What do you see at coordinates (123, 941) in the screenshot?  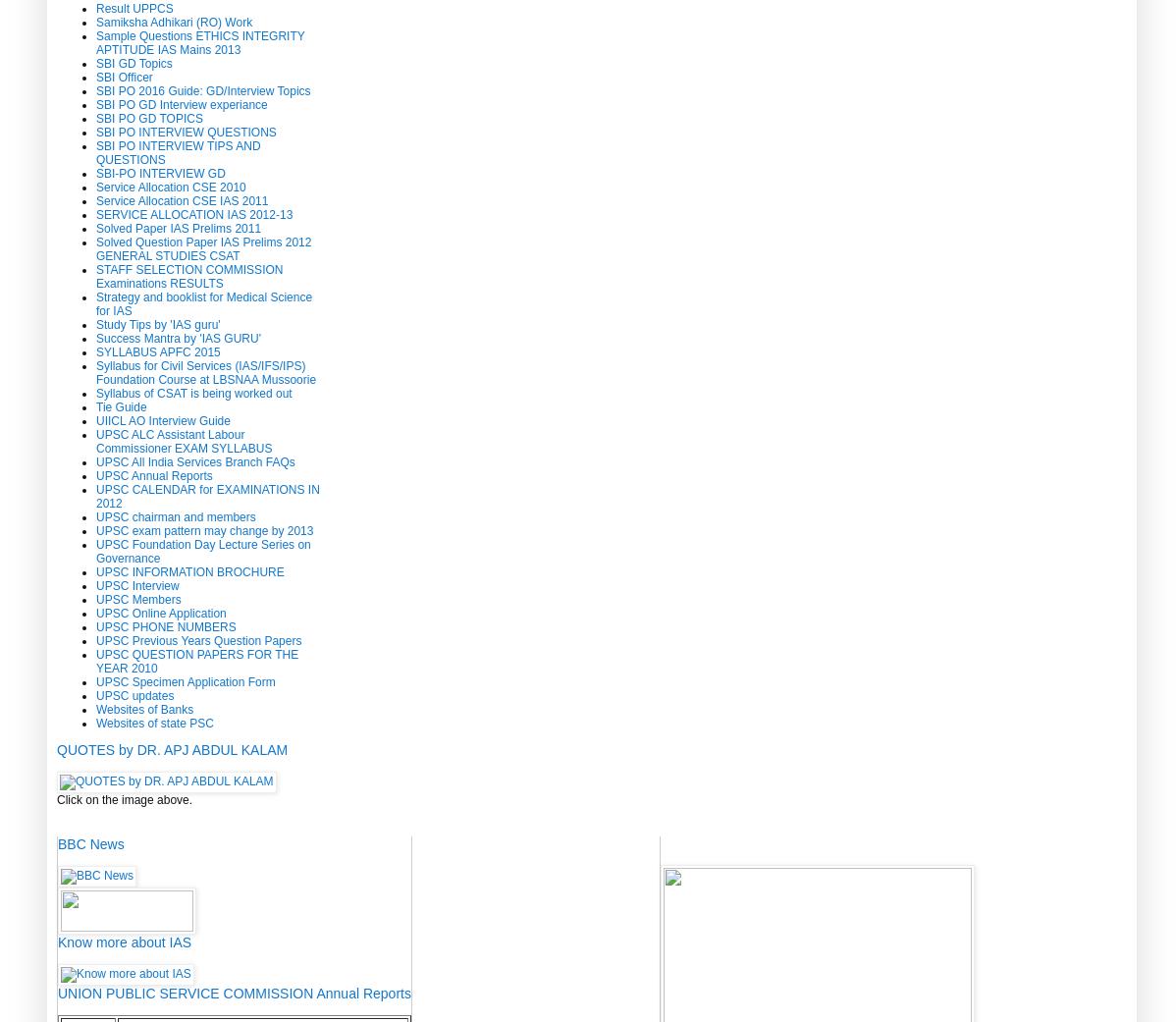 I see `'Know more about IAS'` at bounding box center [123, 941].